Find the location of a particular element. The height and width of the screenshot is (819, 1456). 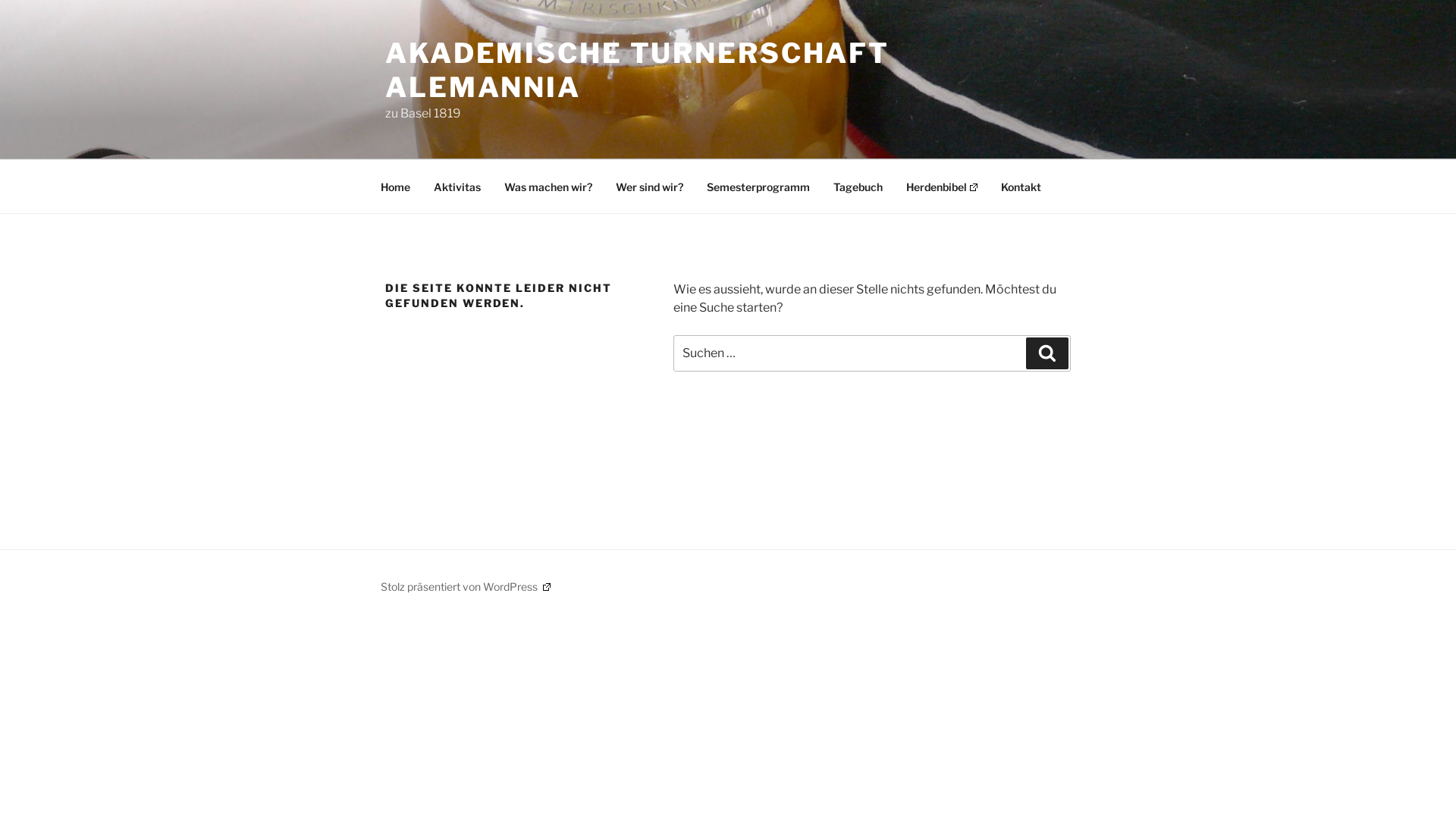

'Tagebuch' is located at coordinates (858, 186).